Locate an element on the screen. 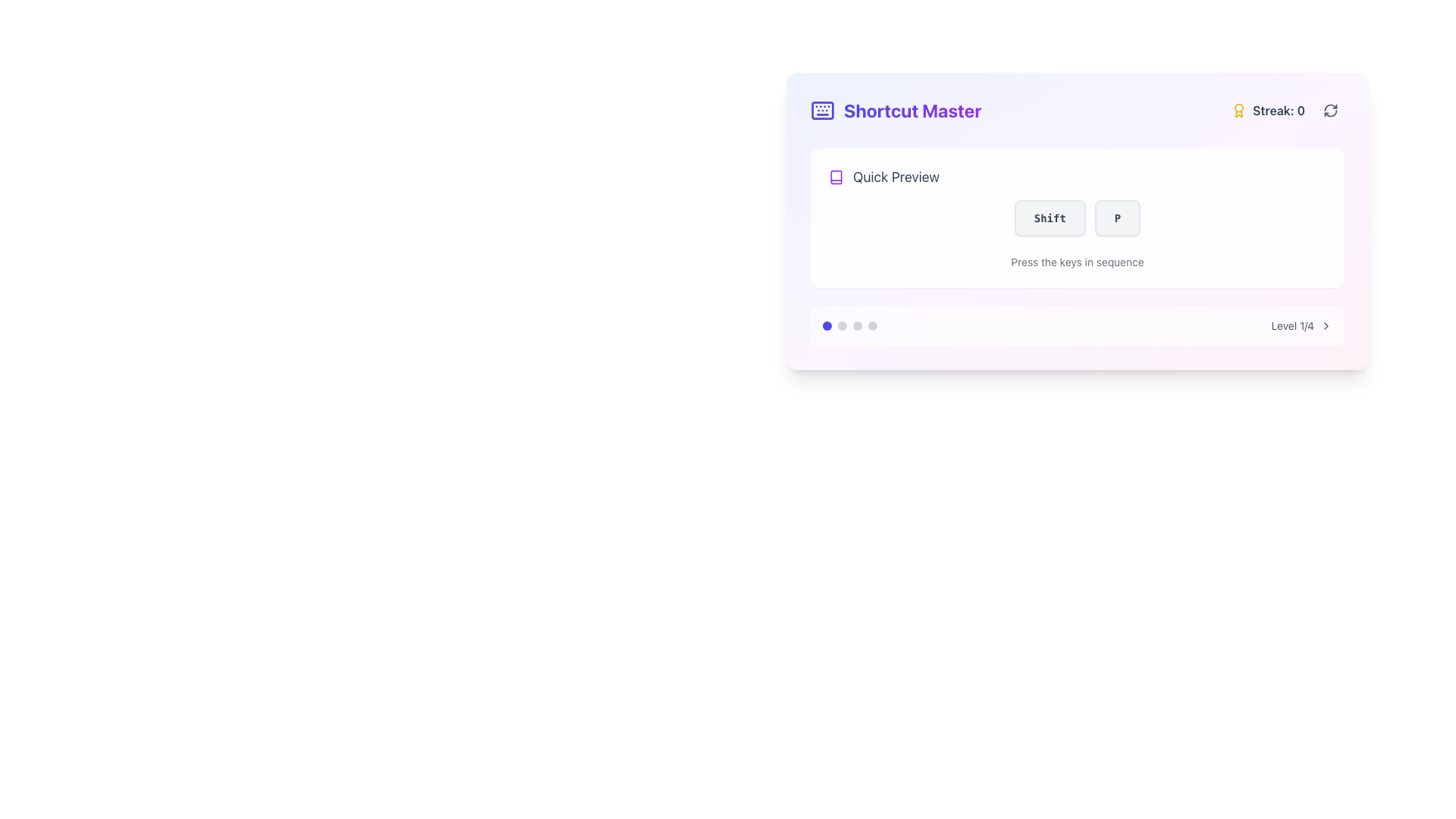 This screenshot has height=819, width=1456. the text label 'Press the keys in sequence' which is styled in a small gray font and located beneath the buttons labeled 'Shift' and 'P' is located at coordinates (1076, 262).